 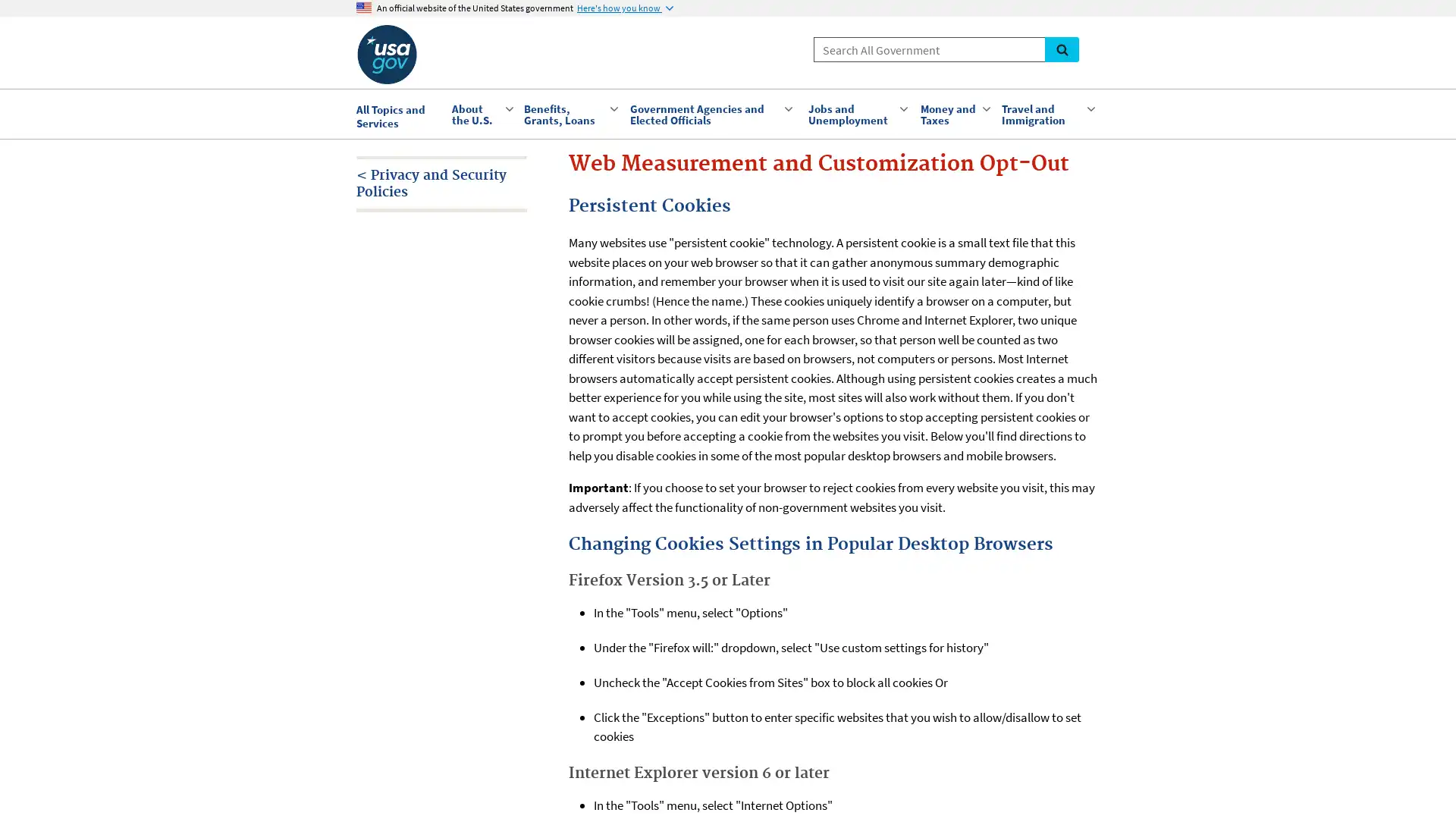 I want to click on Benefits, Grants, Loans, so click(x=568, y=113).